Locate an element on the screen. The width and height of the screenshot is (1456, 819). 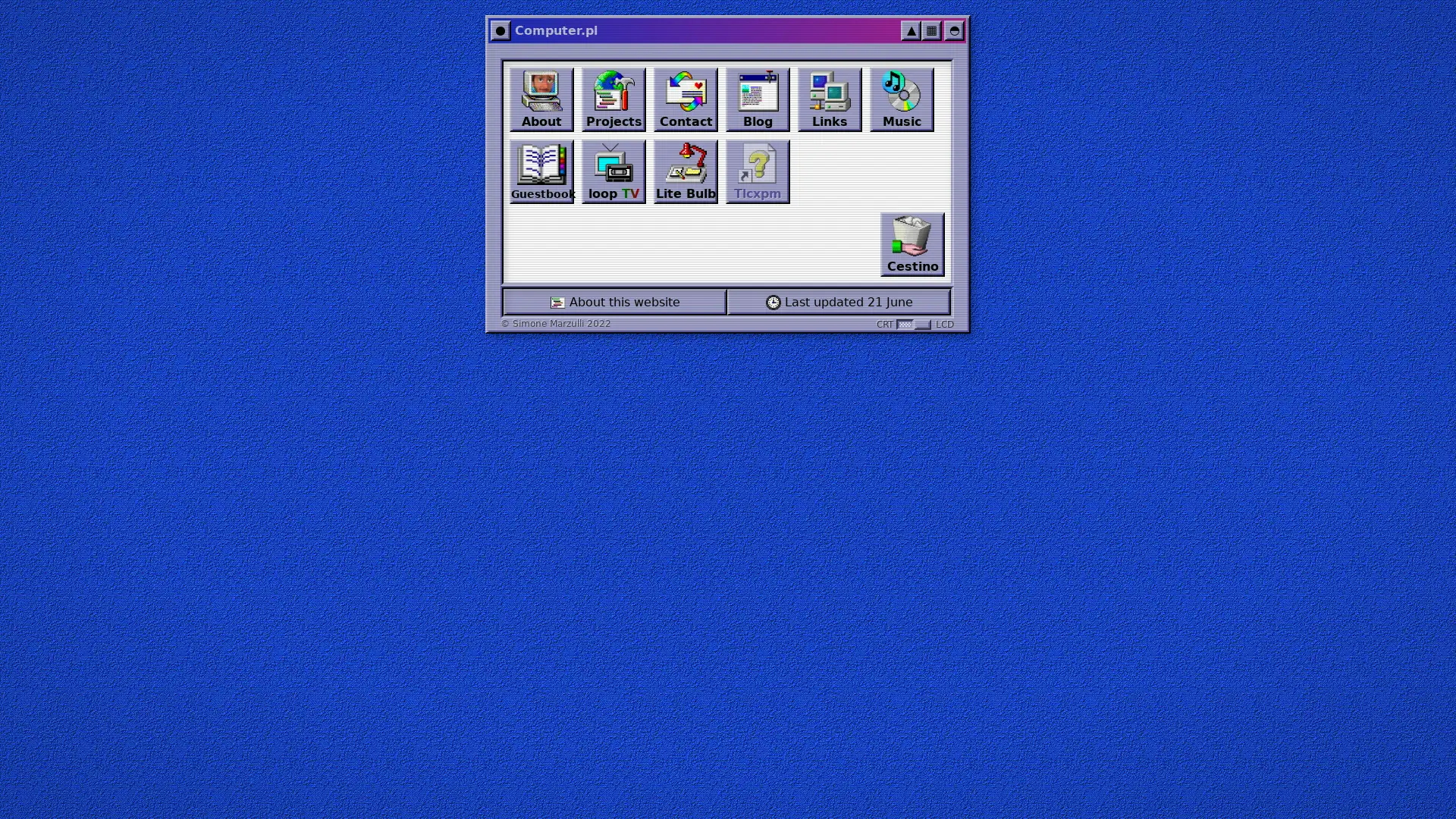
loop TV loop TV is located at coordinates (613, 171).